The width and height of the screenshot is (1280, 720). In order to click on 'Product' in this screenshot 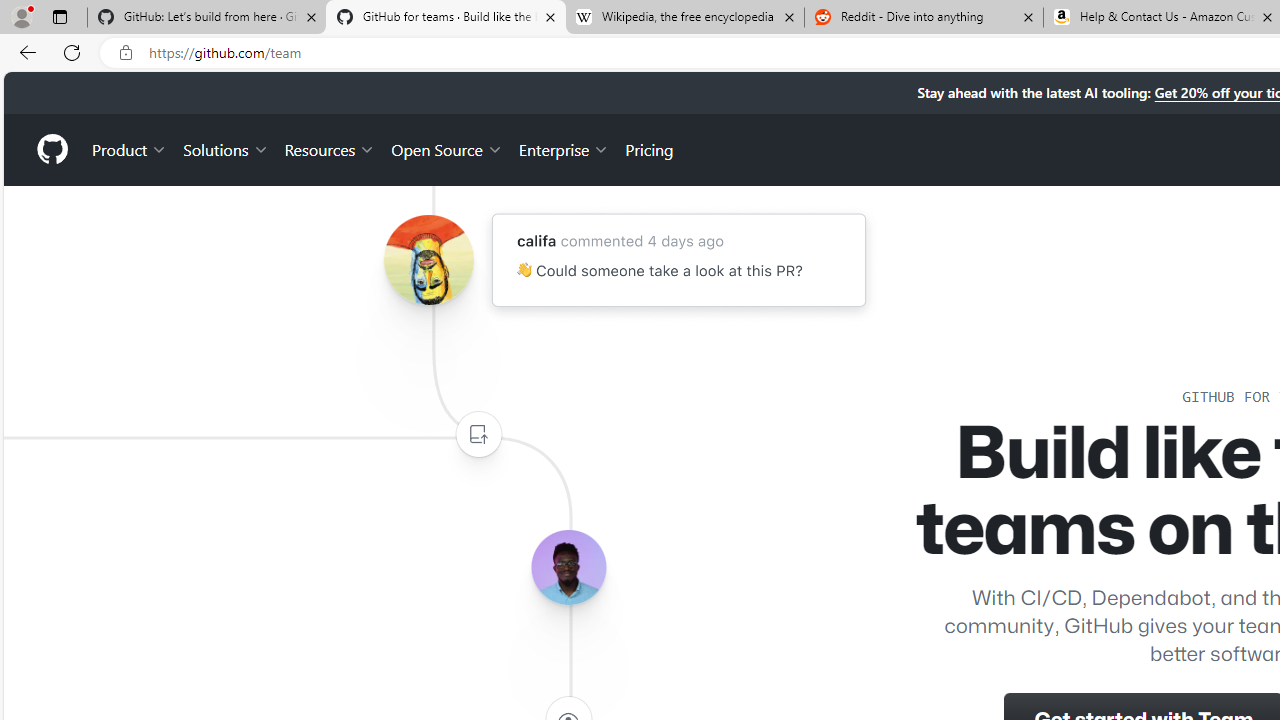, I will do `click(129, 148)`.